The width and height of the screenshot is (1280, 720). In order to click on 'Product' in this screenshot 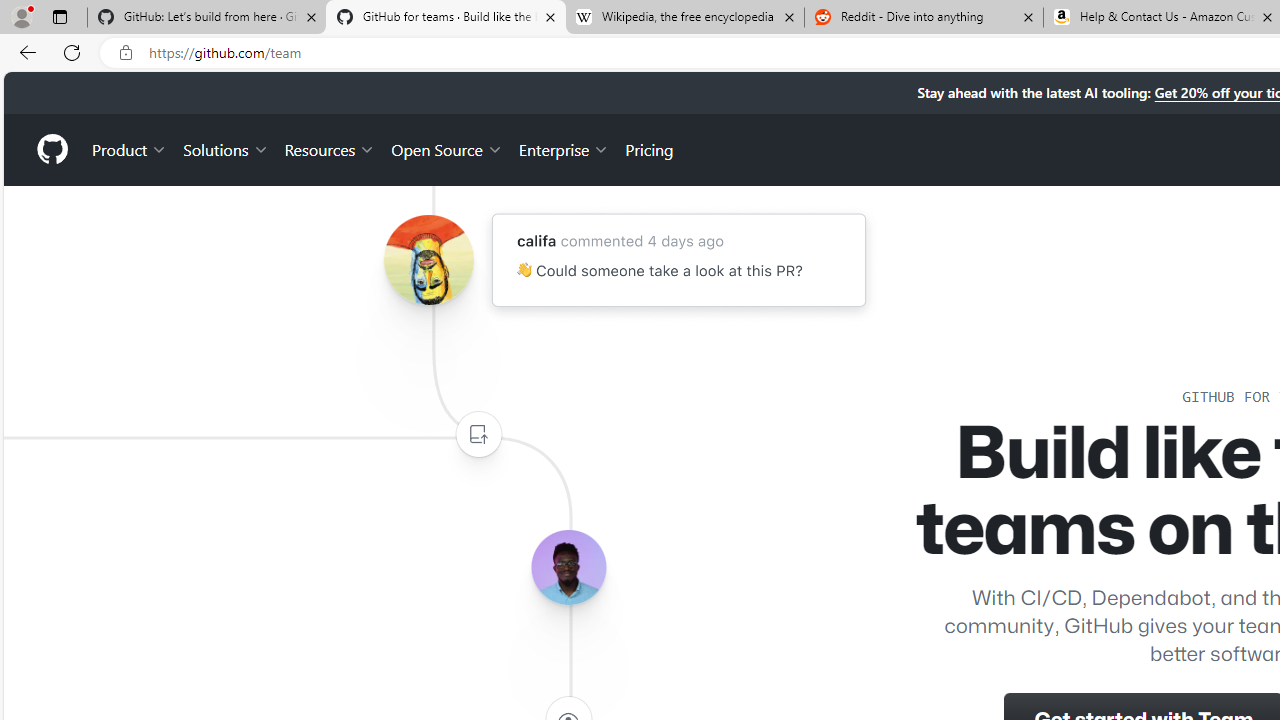, I will do `click(129, 148)`.